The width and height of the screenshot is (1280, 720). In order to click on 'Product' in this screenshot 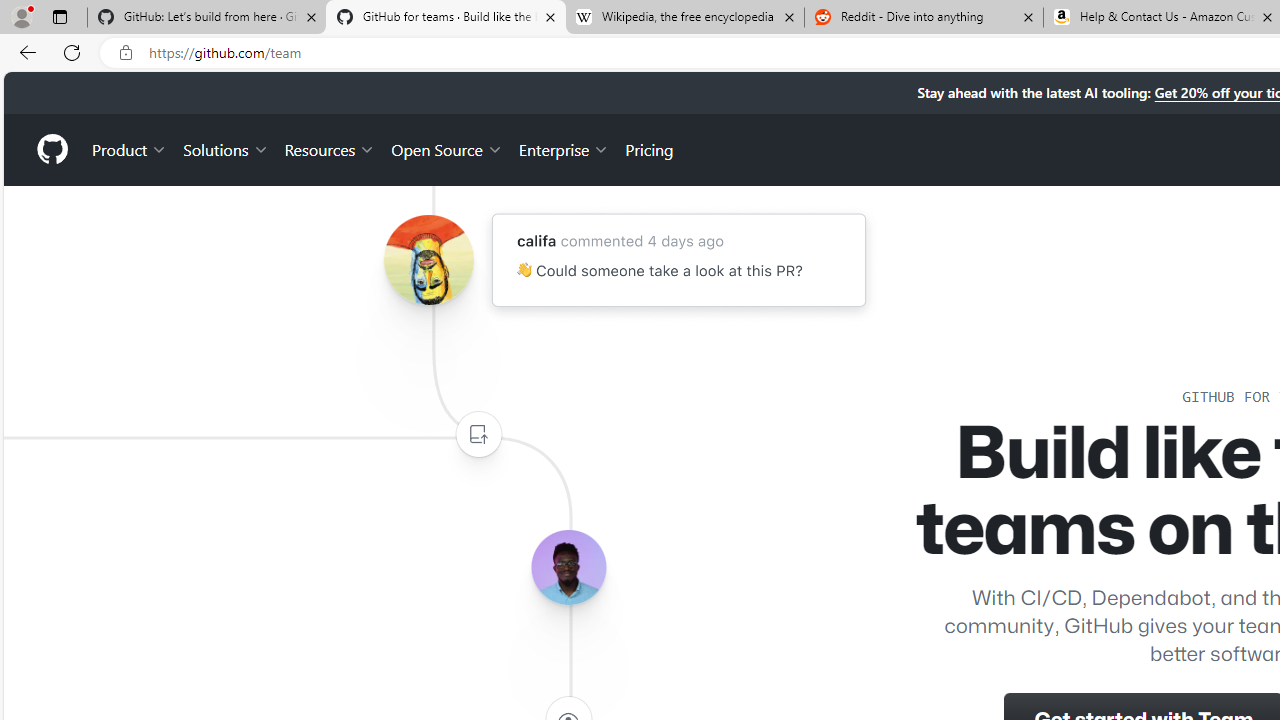, I will do `click(129, 148)`.